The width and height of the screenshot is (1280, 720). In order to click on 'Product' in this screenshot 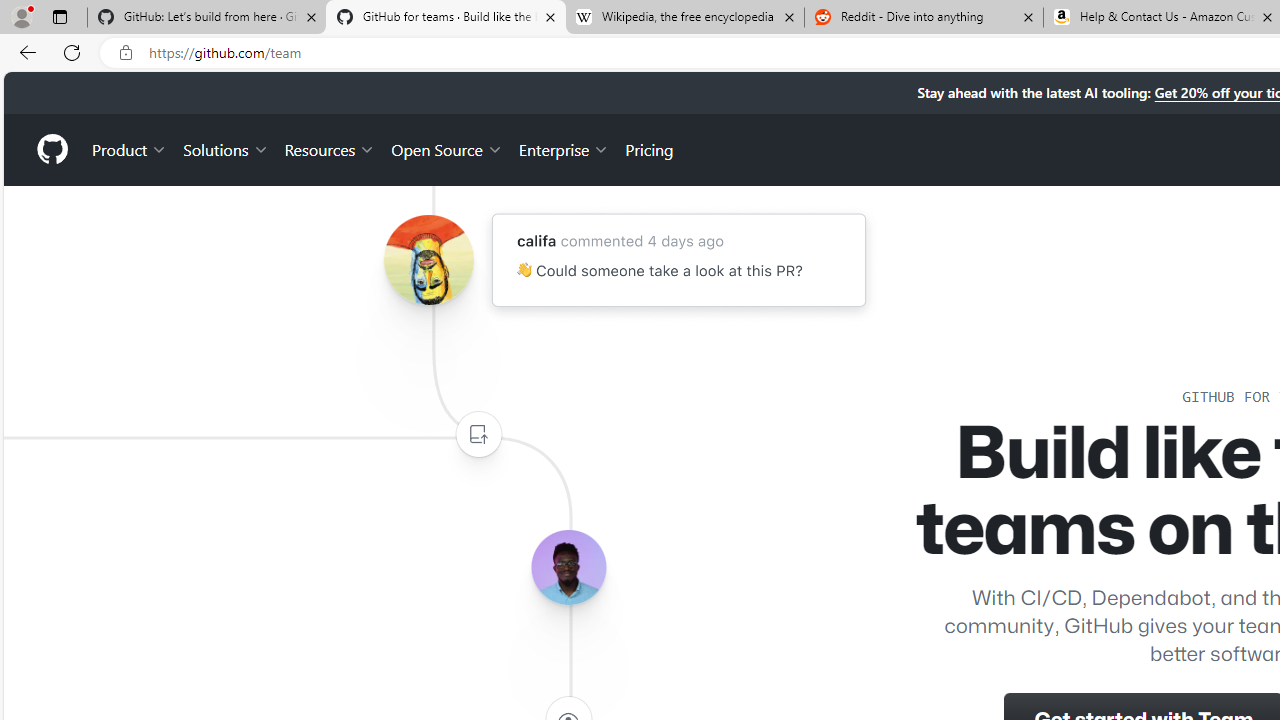, I will do `click(129, 148)`.